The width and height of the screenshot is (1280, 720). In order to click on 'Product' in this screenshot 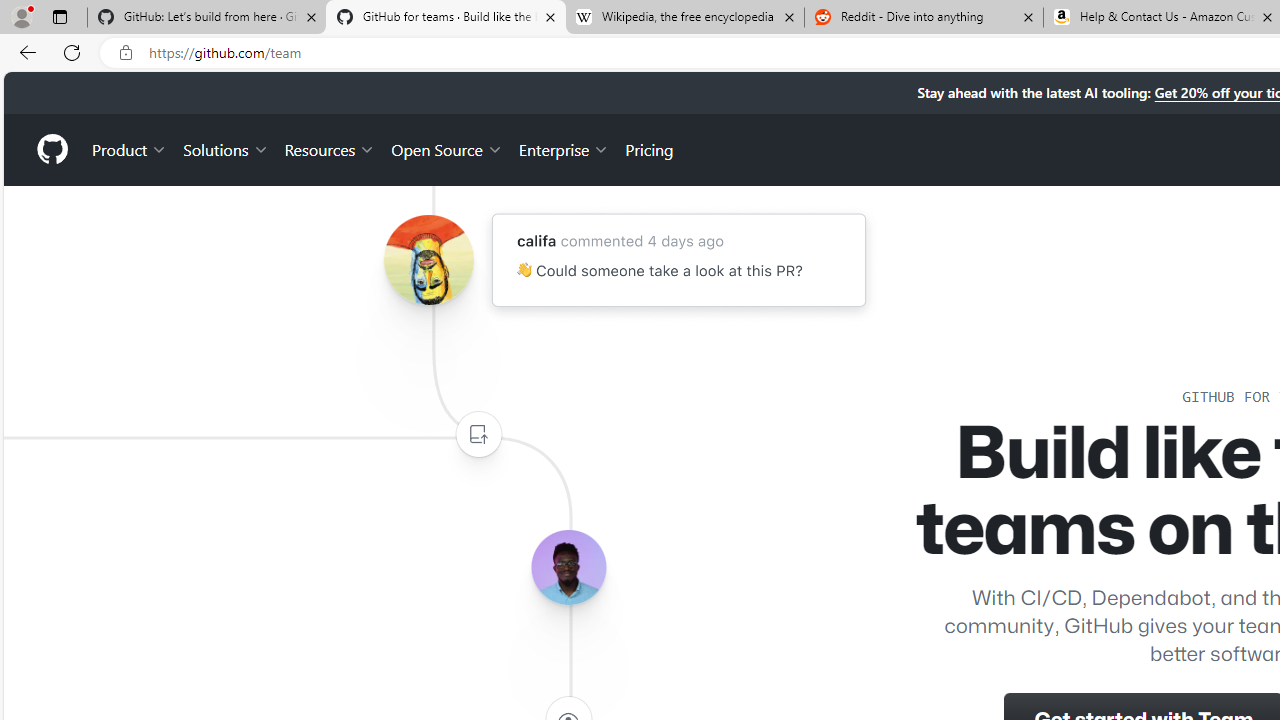, I will do `click(129, 148)`.